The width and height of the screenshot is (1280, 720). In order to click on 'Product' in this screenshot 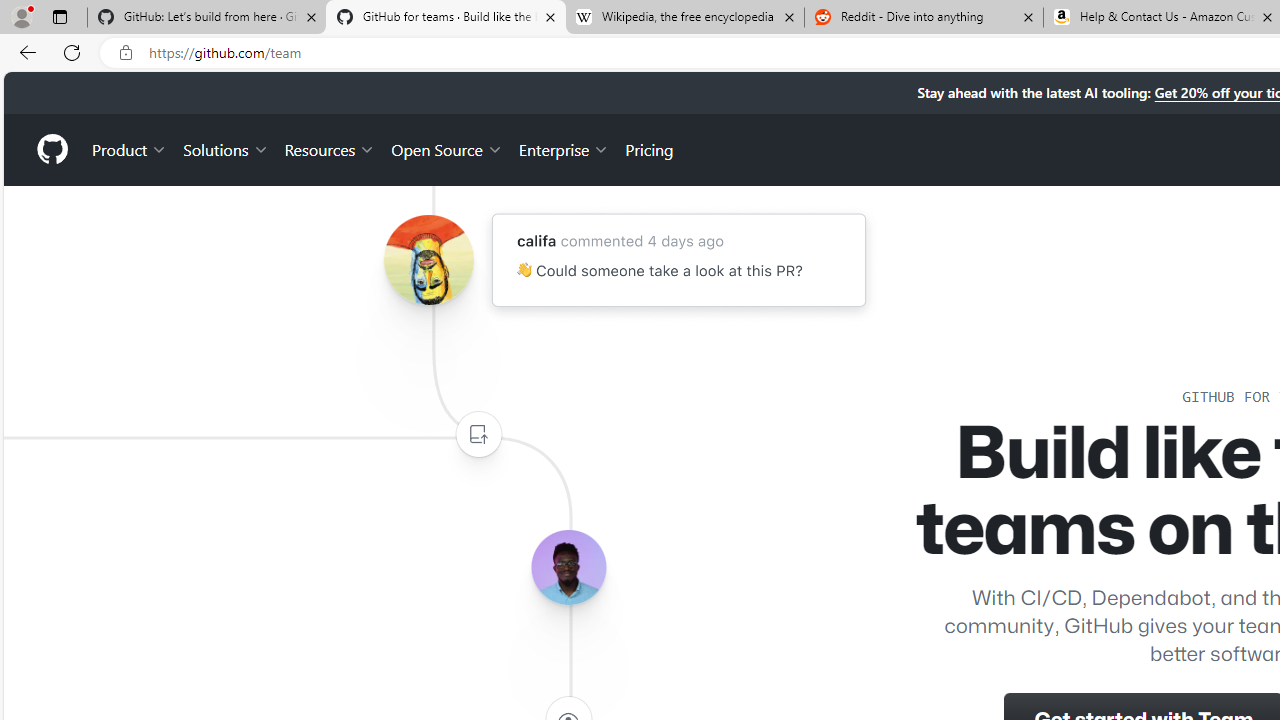, I will do `click(129, 148)`.